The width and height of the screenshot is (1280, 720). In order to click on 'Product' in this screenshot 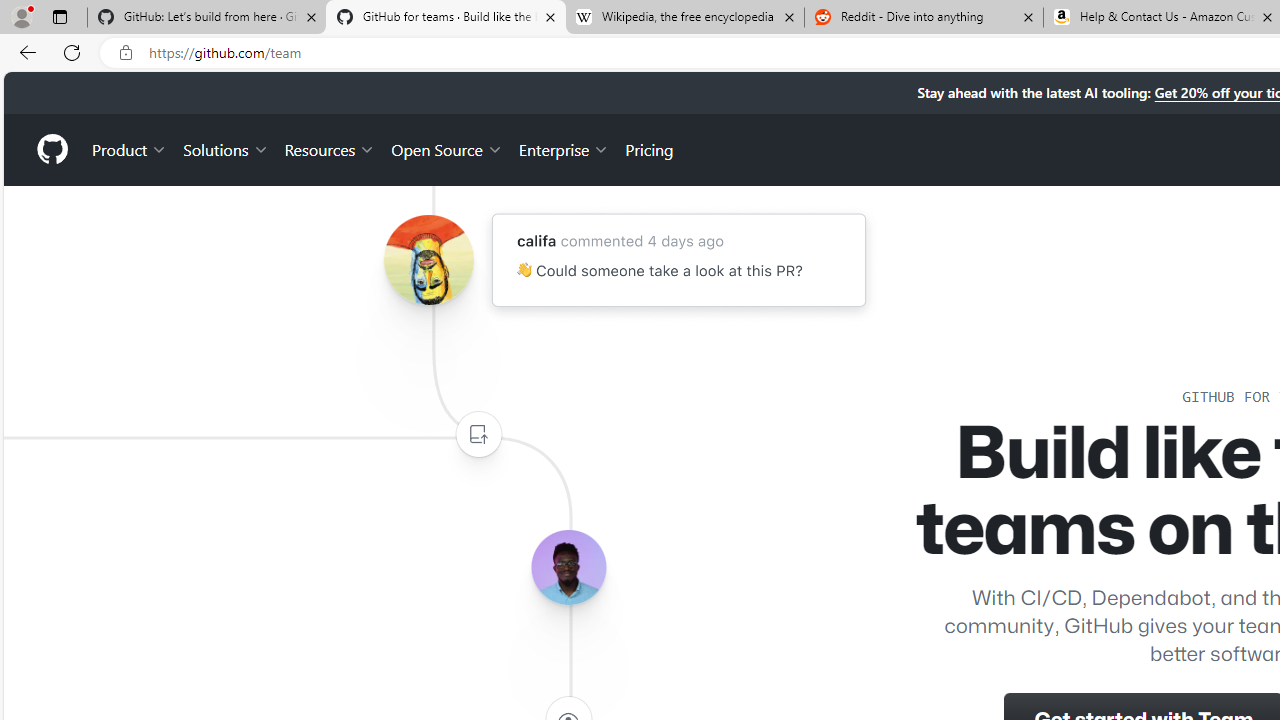, I will do `click(129, 148)`.